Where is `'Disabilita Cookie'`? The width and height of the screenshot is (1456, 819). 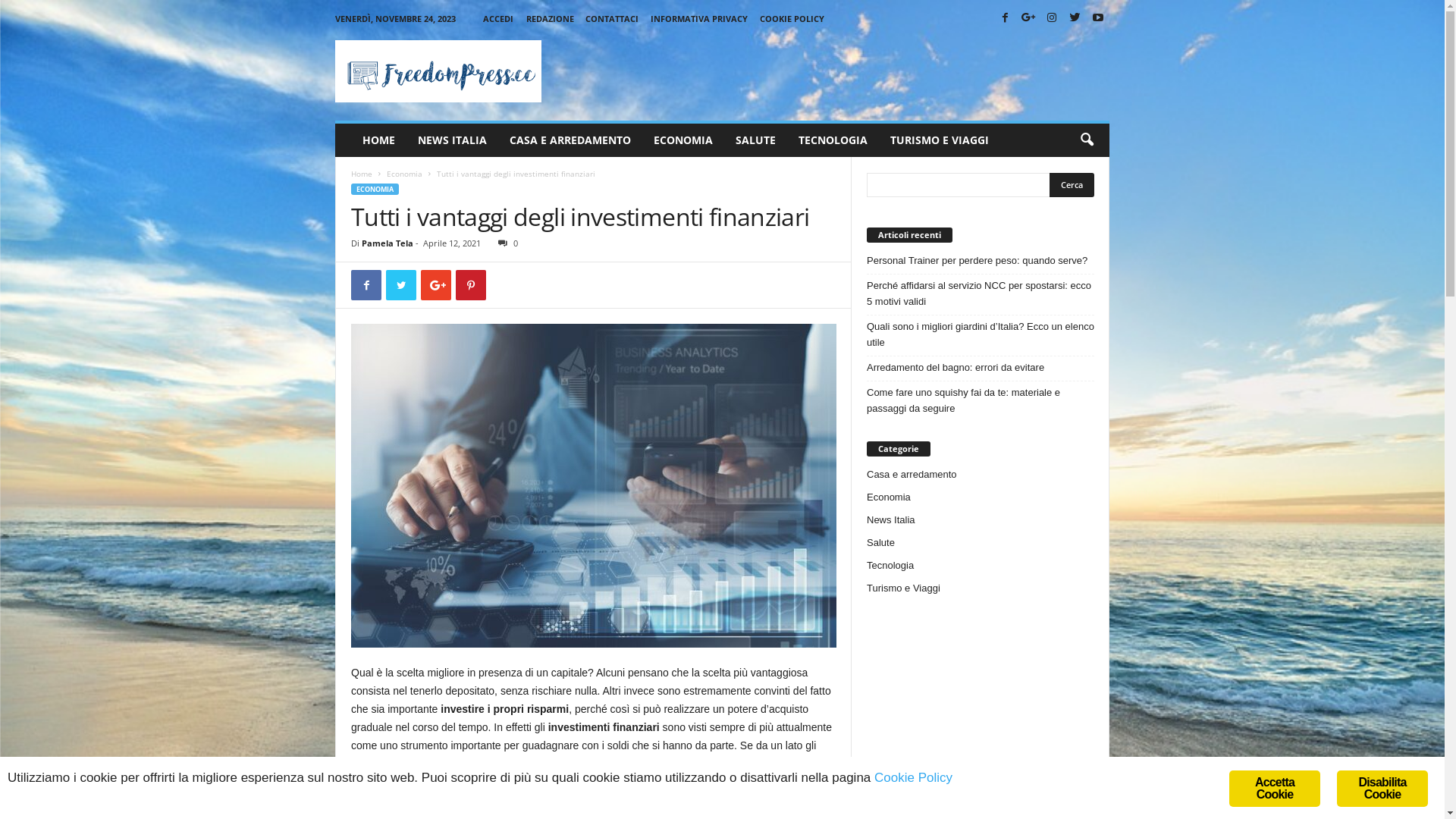
'Disabilita Cookie' is located at coordinates (1382, 788).